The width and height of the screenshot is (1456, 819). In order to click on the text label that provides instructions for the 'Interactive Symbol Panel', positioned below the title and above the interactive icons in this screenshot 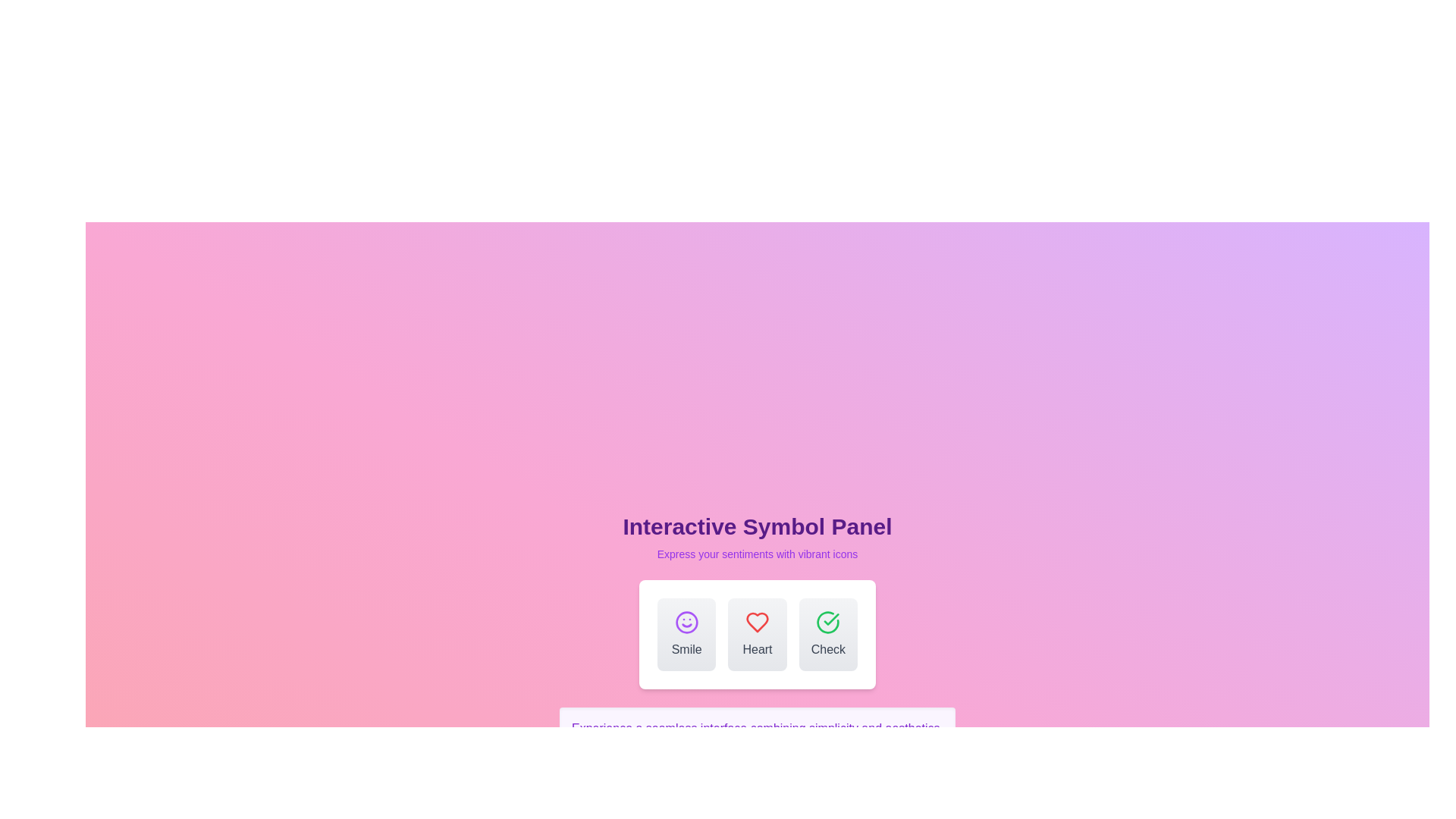, I will do `click(757, 554)`.